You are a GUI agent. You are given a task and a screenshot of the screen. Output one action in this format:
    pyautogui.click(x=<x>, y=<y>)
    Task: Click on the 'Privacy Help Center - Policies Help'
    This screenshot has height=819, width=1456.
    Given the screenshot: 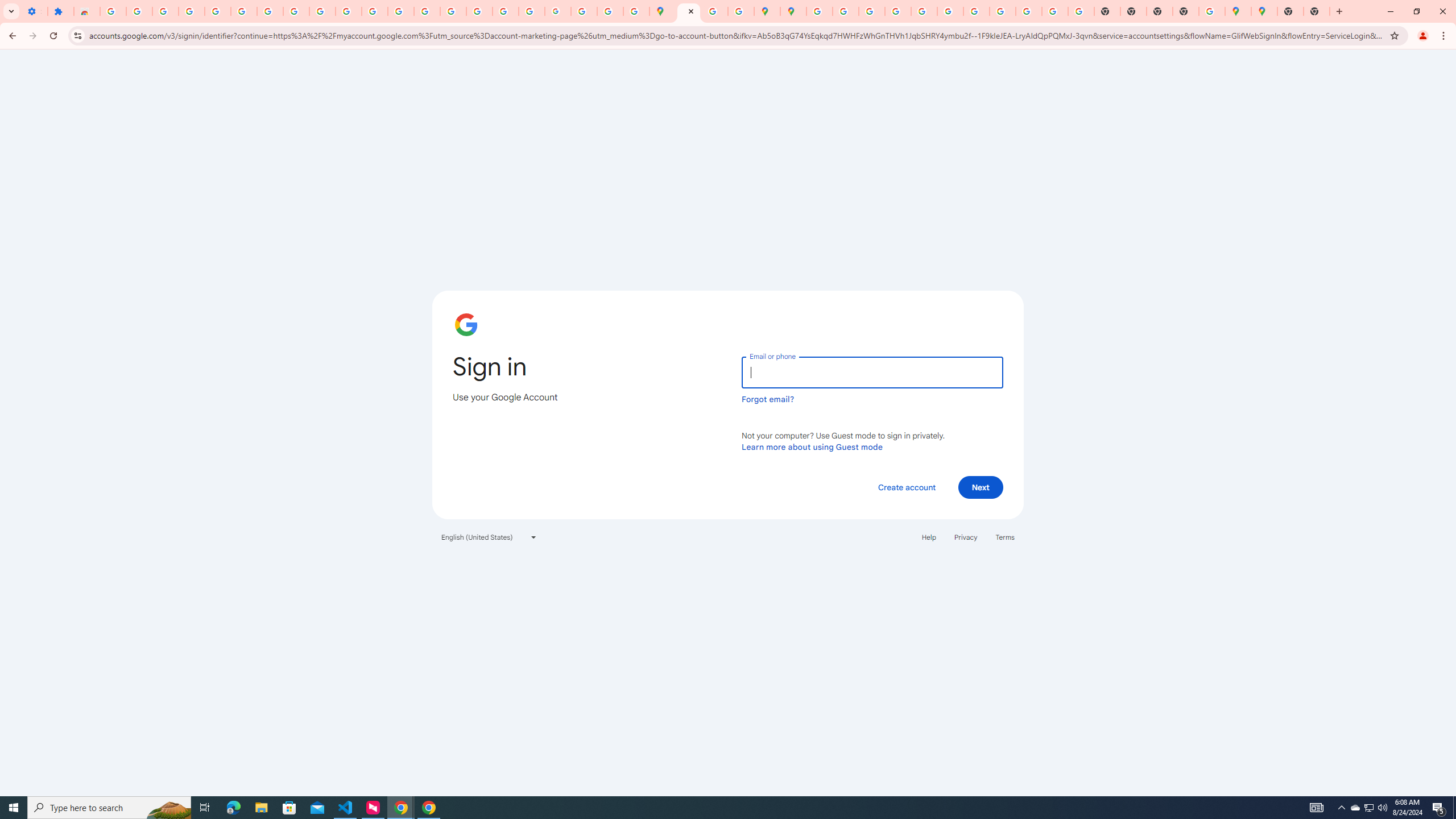 What is the action you would take?
    pyautogui.click(x=897, y=11)
    